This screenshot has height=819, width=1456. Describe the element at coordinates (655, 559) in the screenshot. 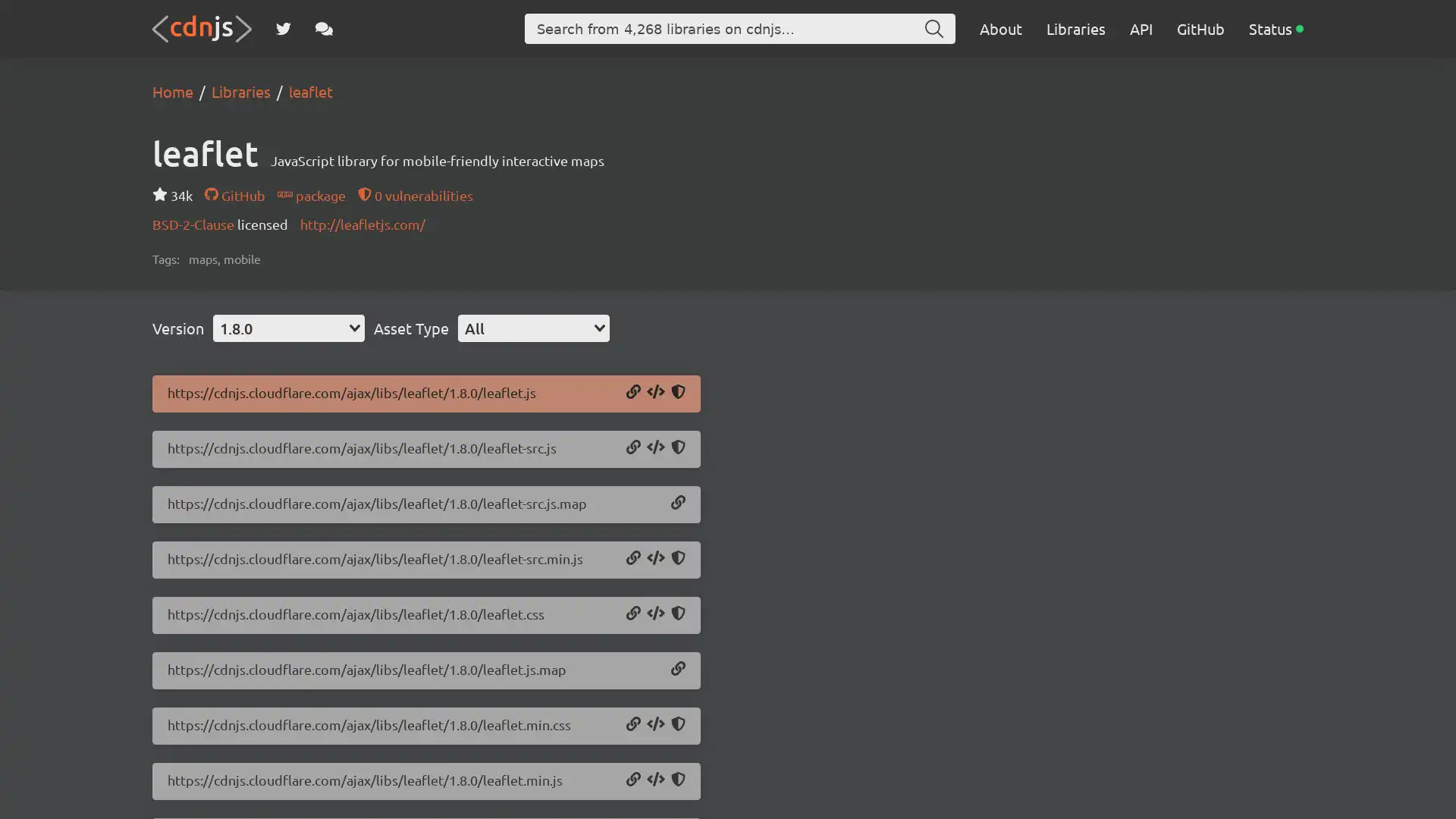

I see `Copy Script Tag` at that location.